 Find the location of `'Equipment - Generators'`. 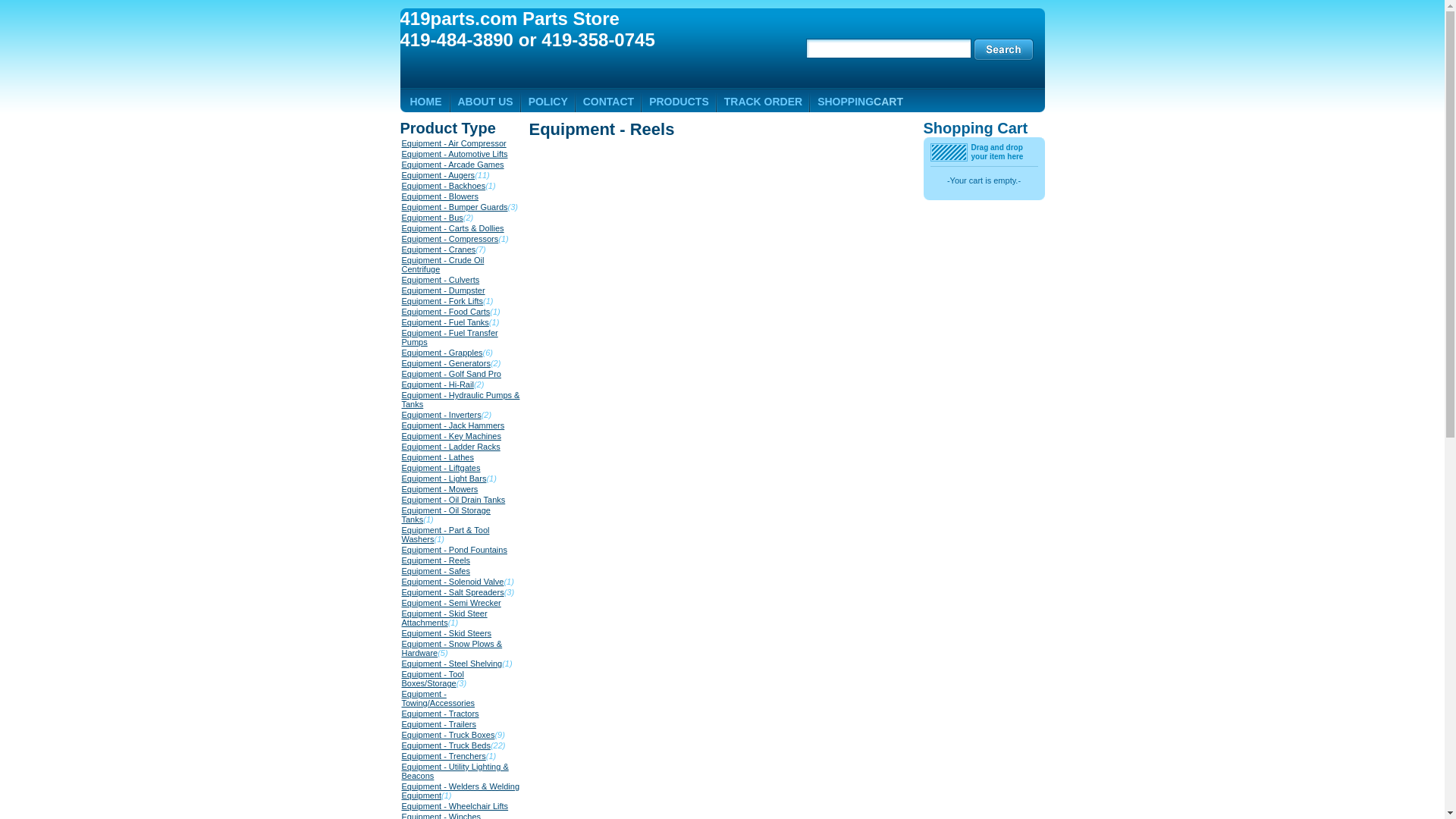

'Equipment - Generators' is located at coordinates (401, 362).